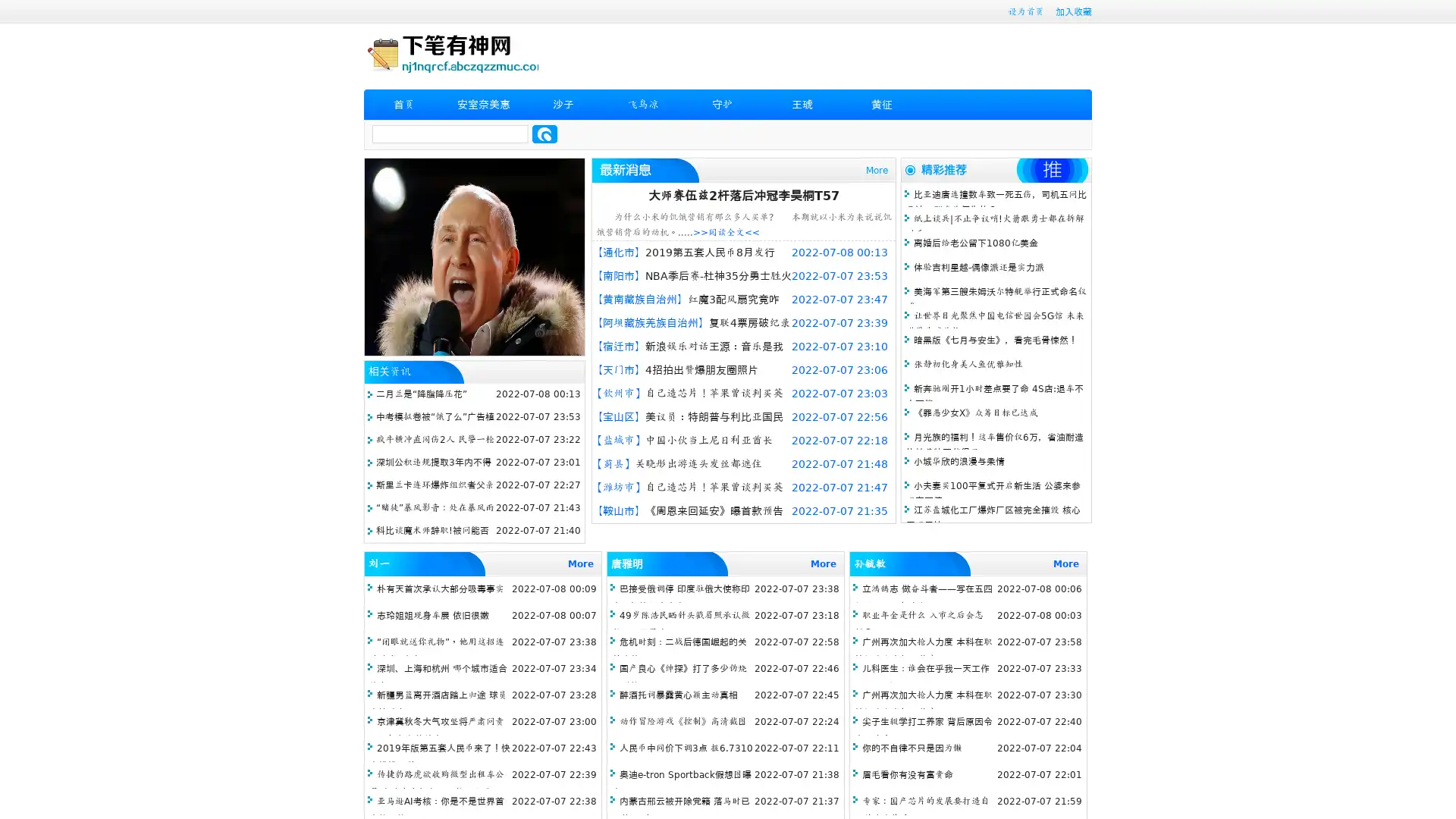 The image size is (1456, 819). Describe the element at coordinates (544, 133) in the screenshot. I see `Search` at that location.